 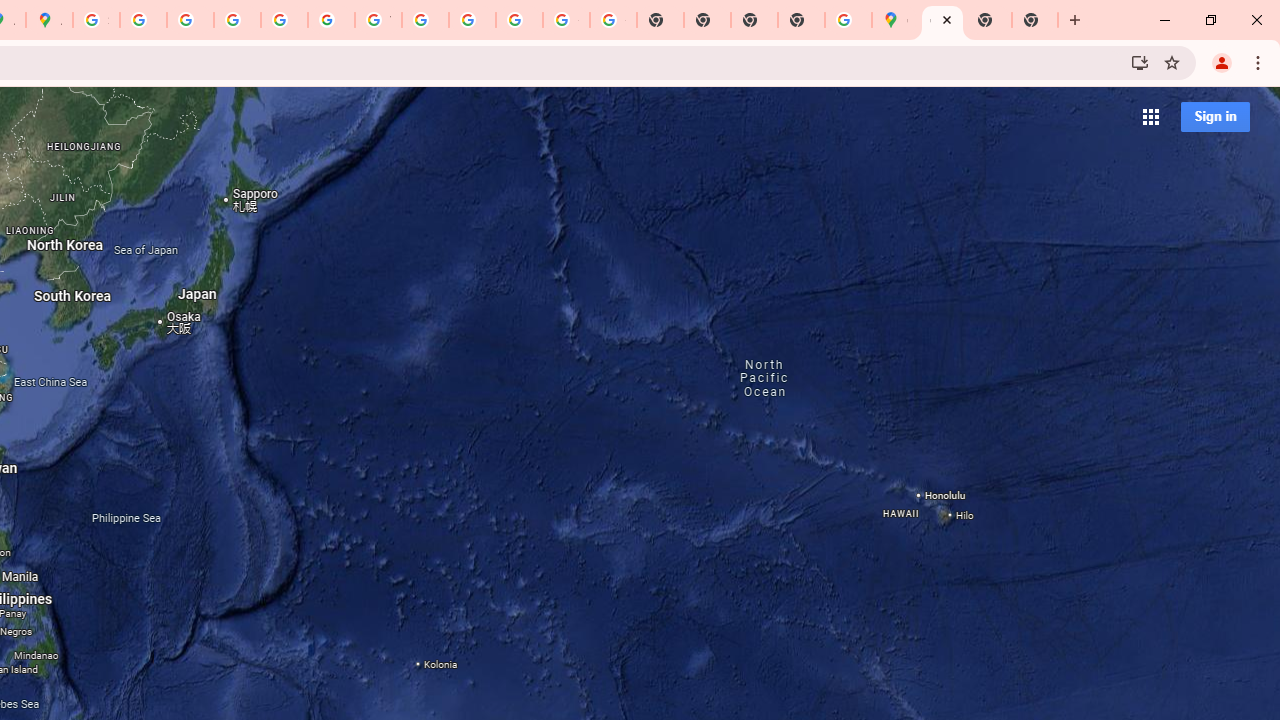 I want to click on 'Use Google Maps in Space - Google Maps Help', so click(x=848, y=20).